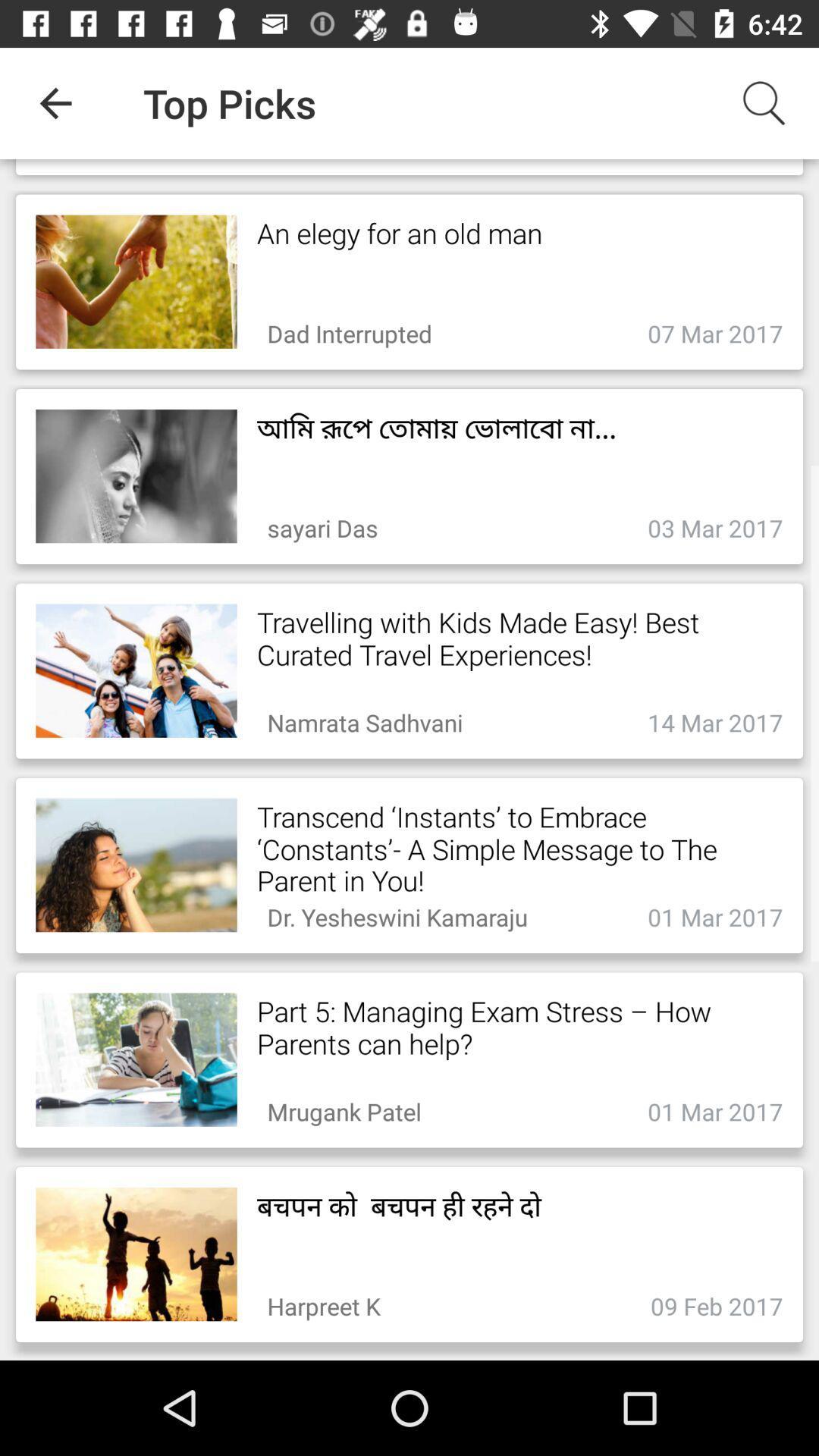 This screenshot has width=819, height=1456. What do you see at coordinates (344, 1107) in the screenshot?
I see `the mrugank patel item` at bounding box center [344, 1107].